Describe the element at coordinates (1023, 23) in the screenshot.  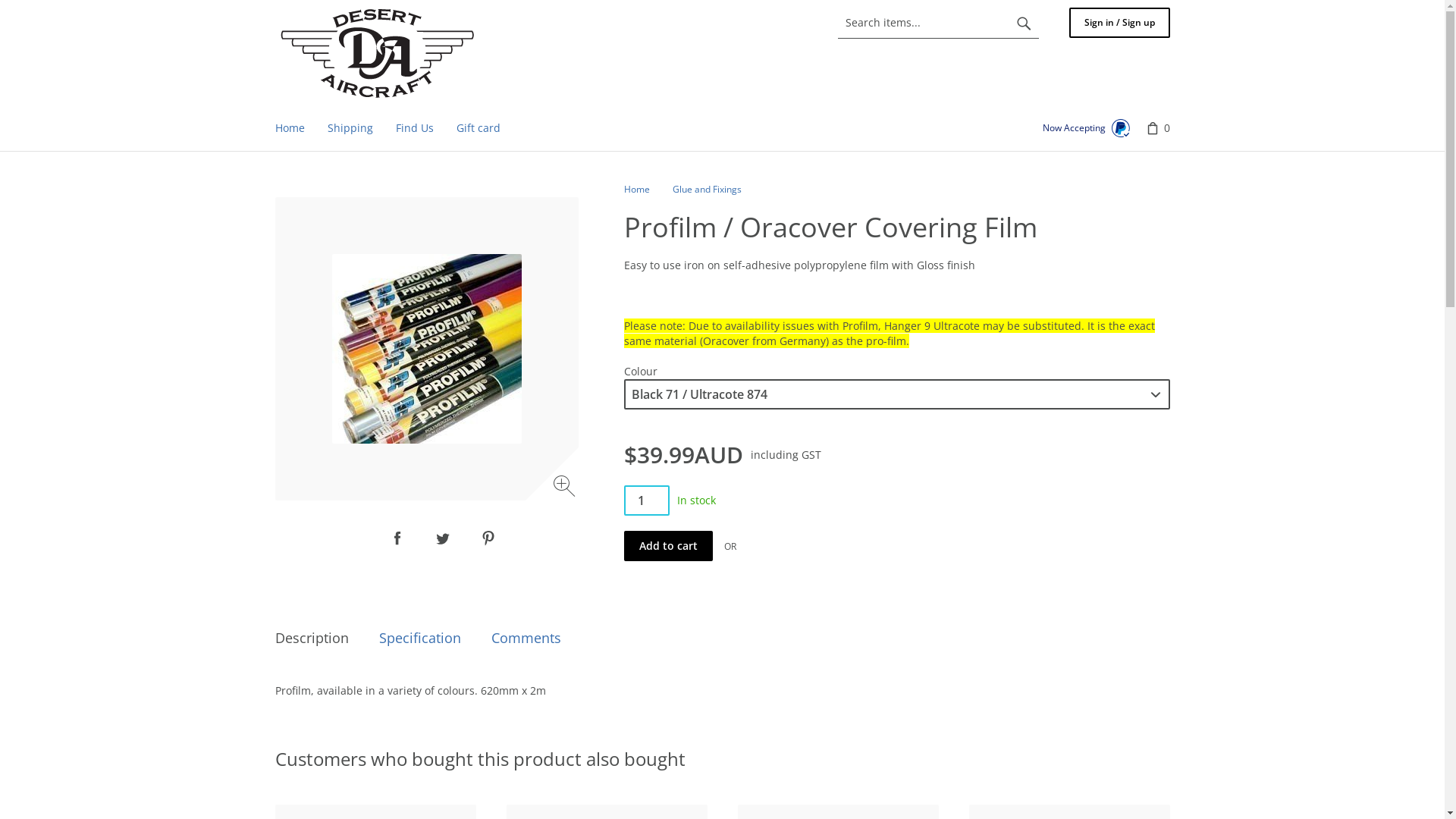
I see `'Search'` at that location.